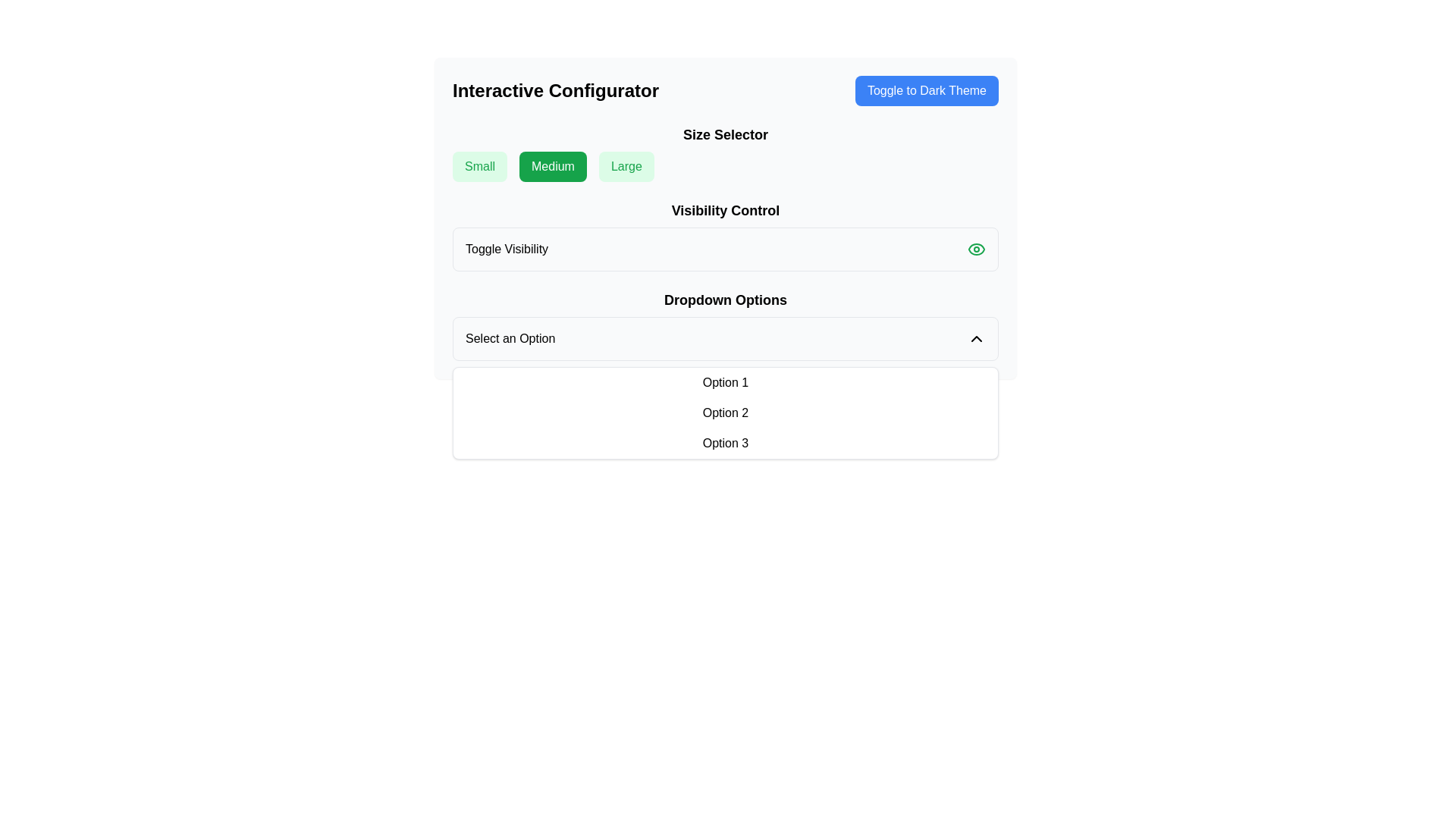 This screenshot has width=1456, height=819. I want to click on the 'Large' size button in the 'Size Selector' button group, so click(626, 166).